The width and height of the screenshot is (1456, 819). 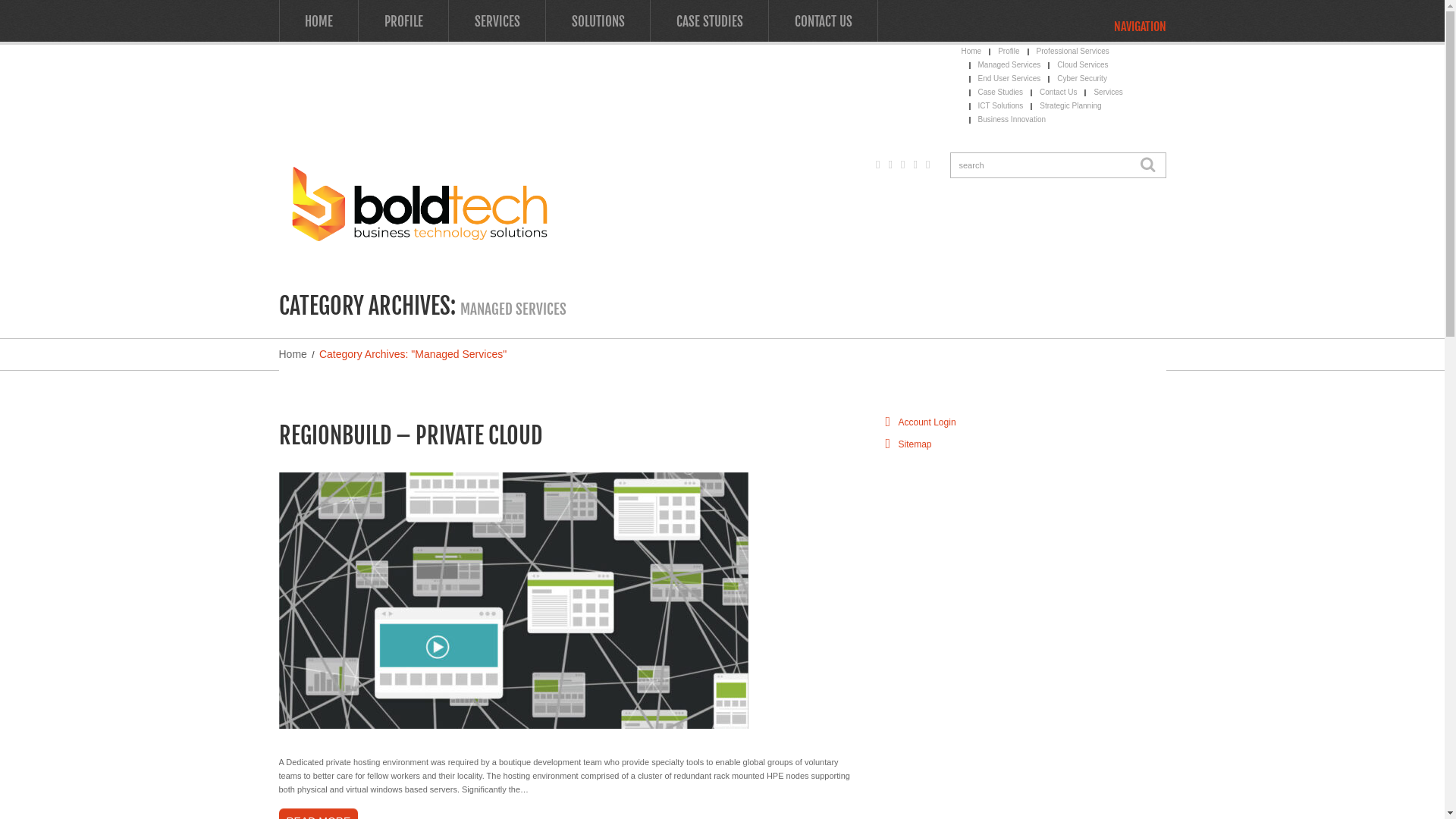 I want to click on 'Profile', so click(x=1008, y=50).